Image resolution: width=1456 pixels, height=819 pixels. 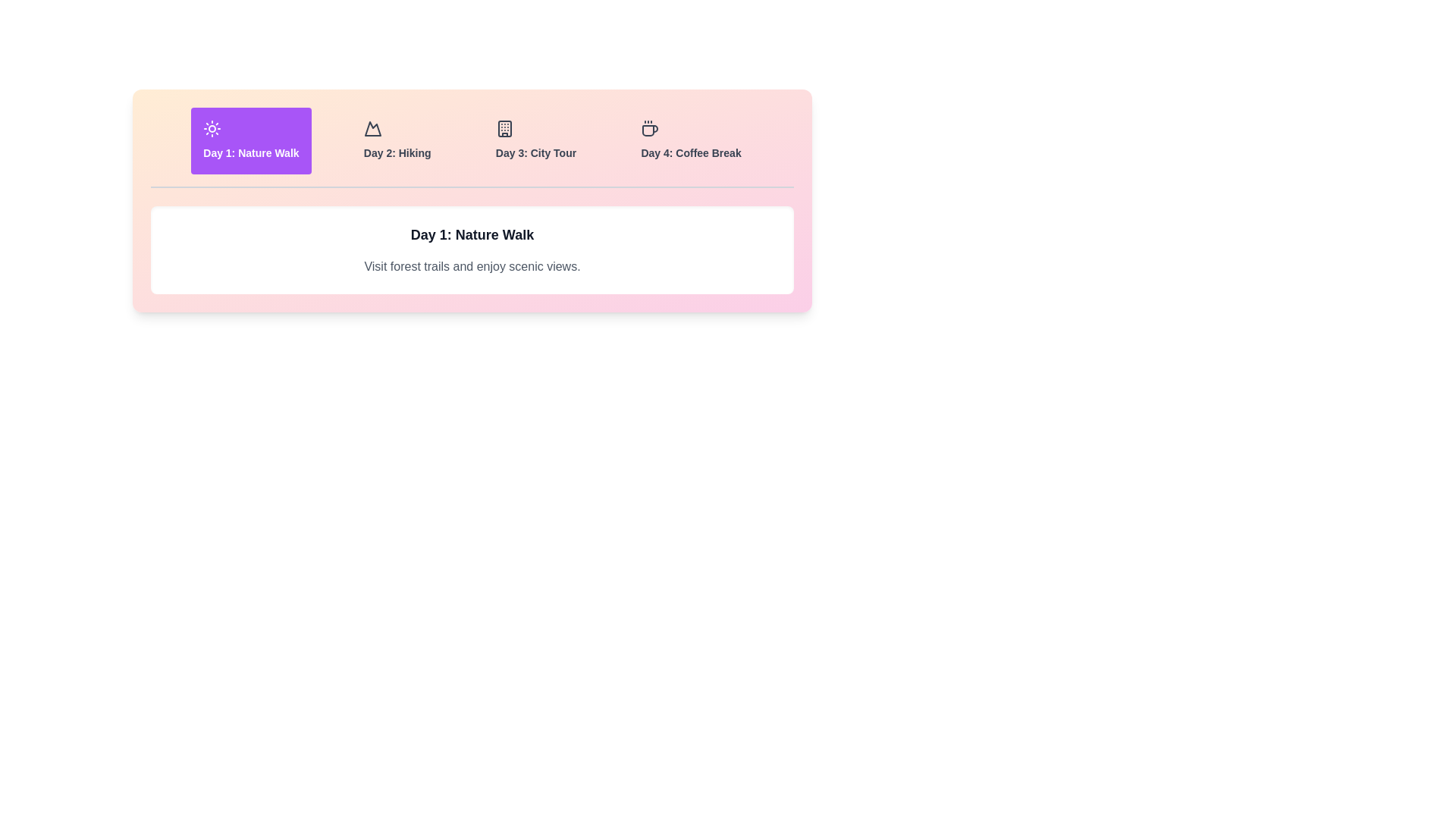 What do you see at coordinates (397, 140) in the screenshot?
I see `the tab for Day 2: Hiking to view its itinerary` at bounding box center [397, 140].